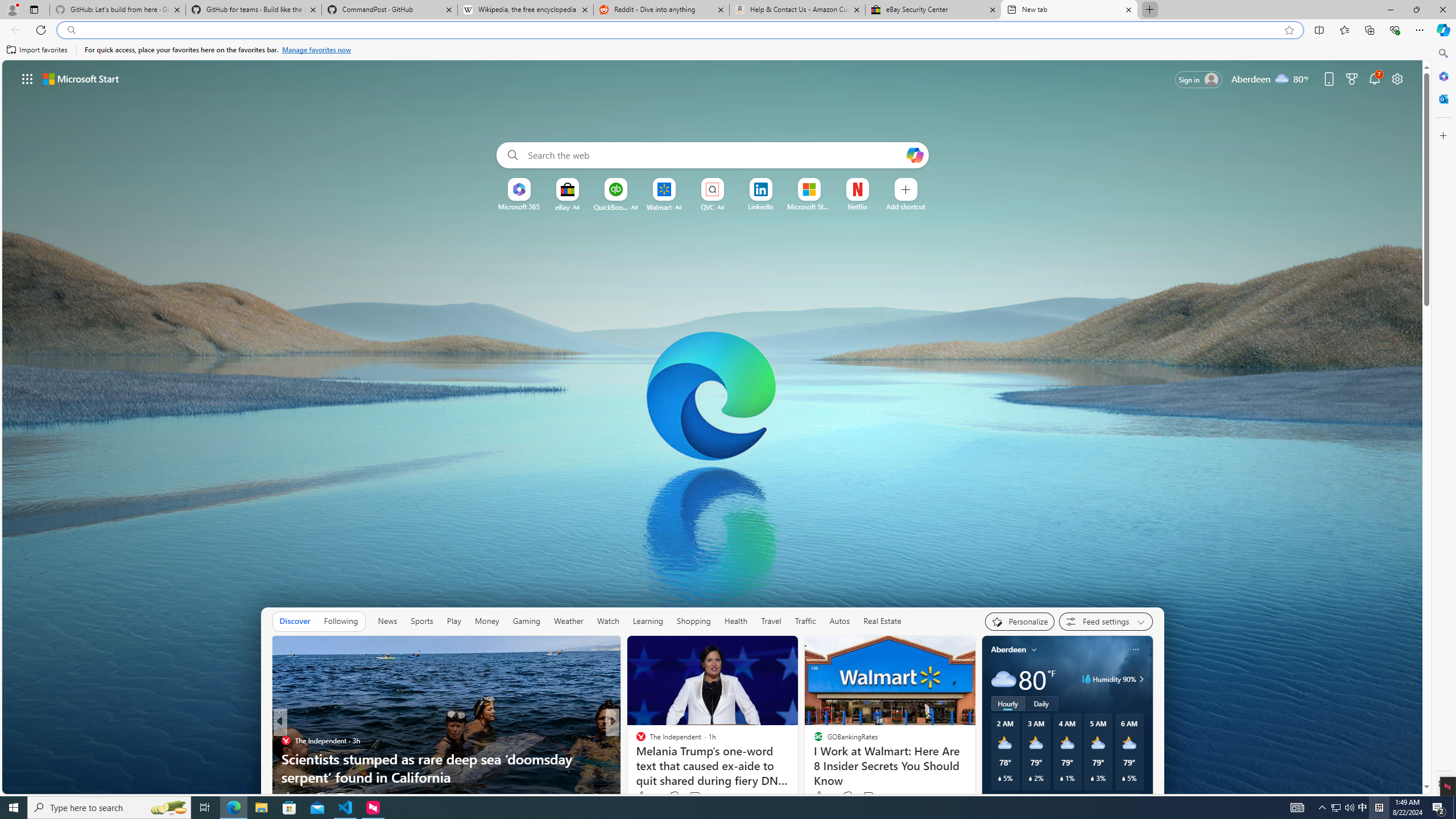 The height and width of the screenshot is (819, 1456). Describe the element at coordinates (635, 741) in the screenshot. I see `'CBS News'` at that location.